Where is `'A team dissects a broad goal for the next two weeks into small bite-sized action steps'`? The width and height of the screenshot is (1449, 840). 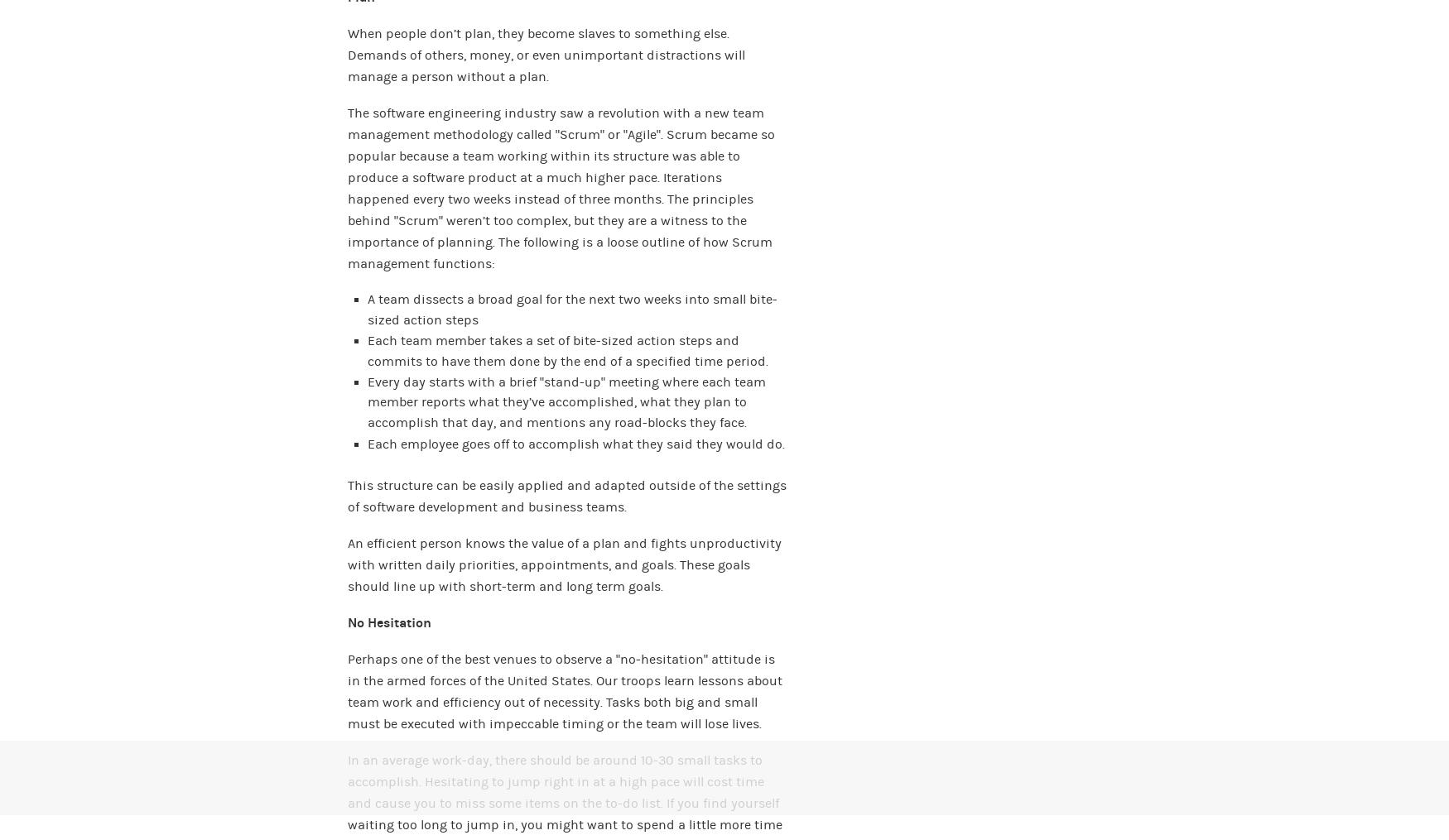 'A team dissects a broad goal for the next two weeks into small bite-sized action steps' is located at coordinates (572, 309).